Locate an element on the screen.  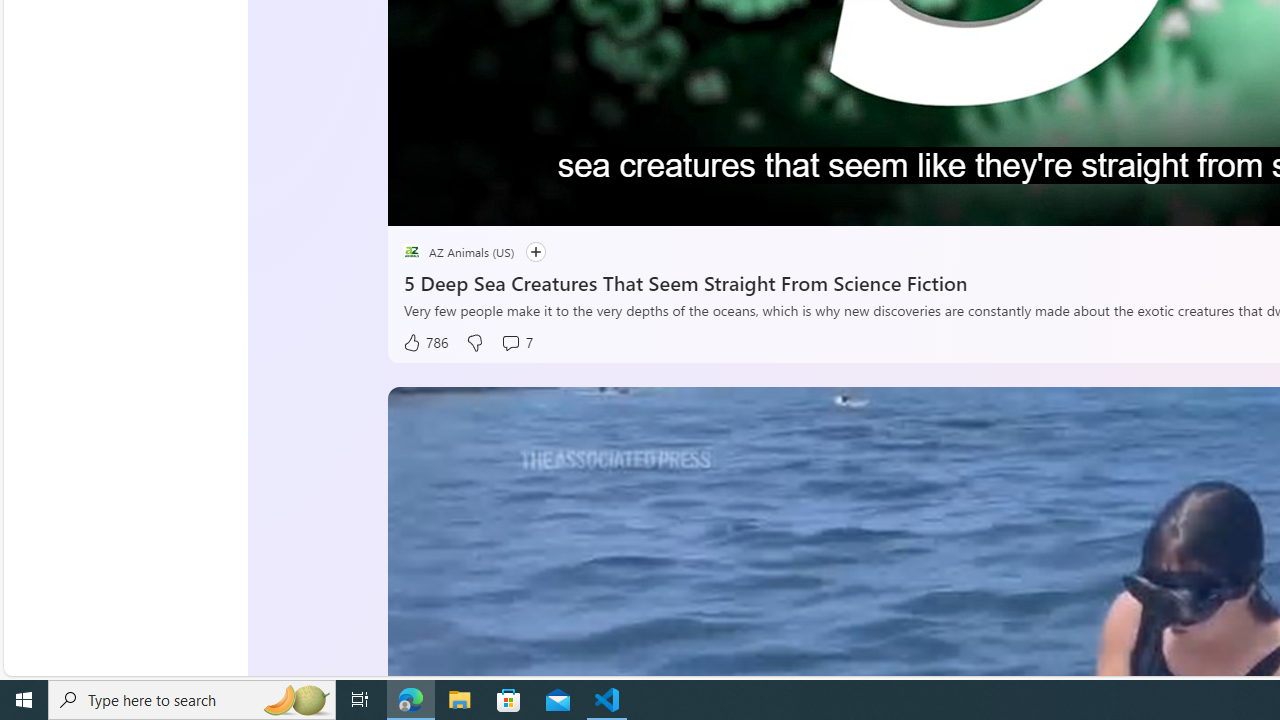
'View comments 7 Comment' is located at coordinates (516, 342).